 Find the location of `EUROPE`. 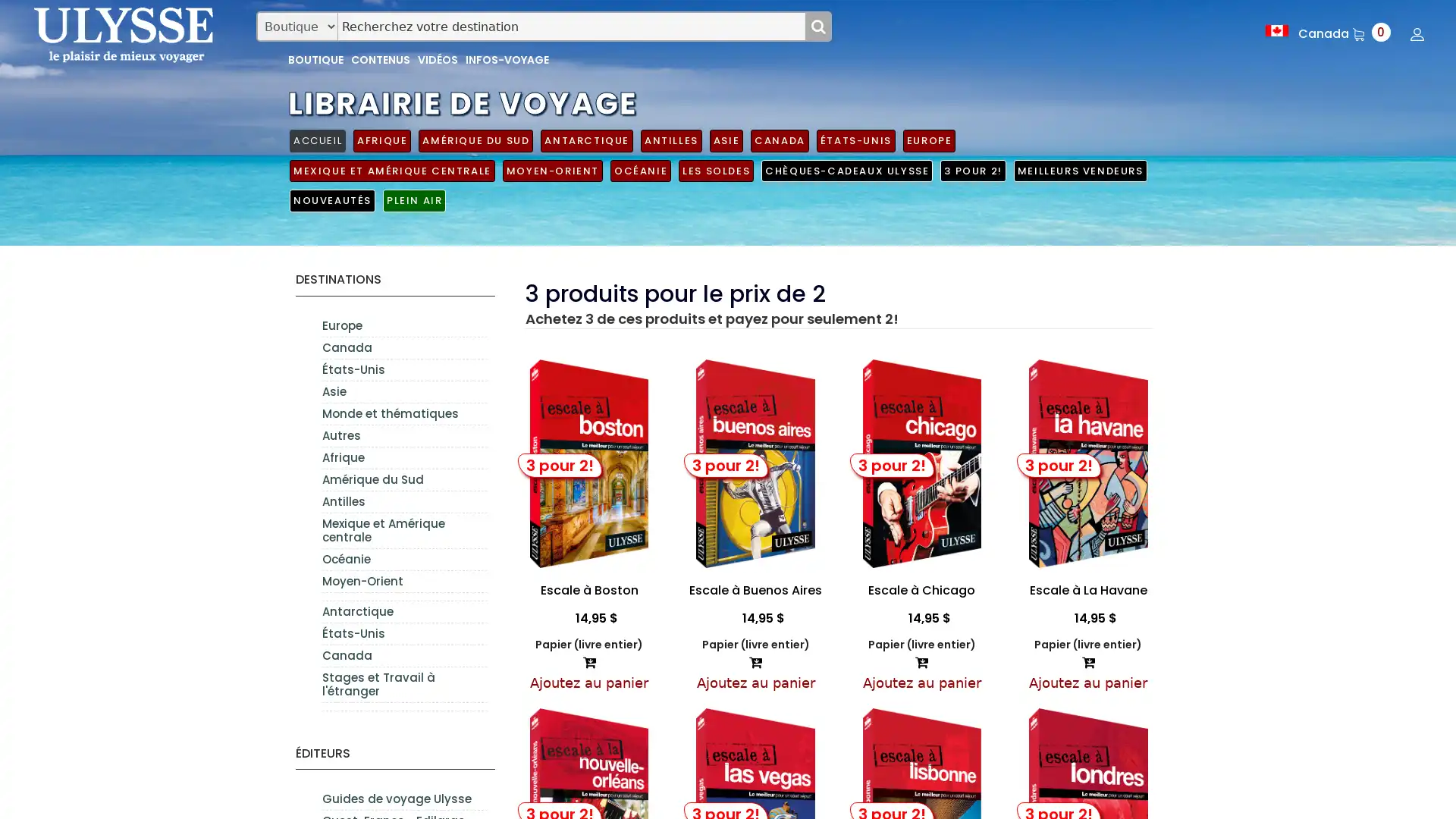

EUROPE is located at coordinates (927, 140).